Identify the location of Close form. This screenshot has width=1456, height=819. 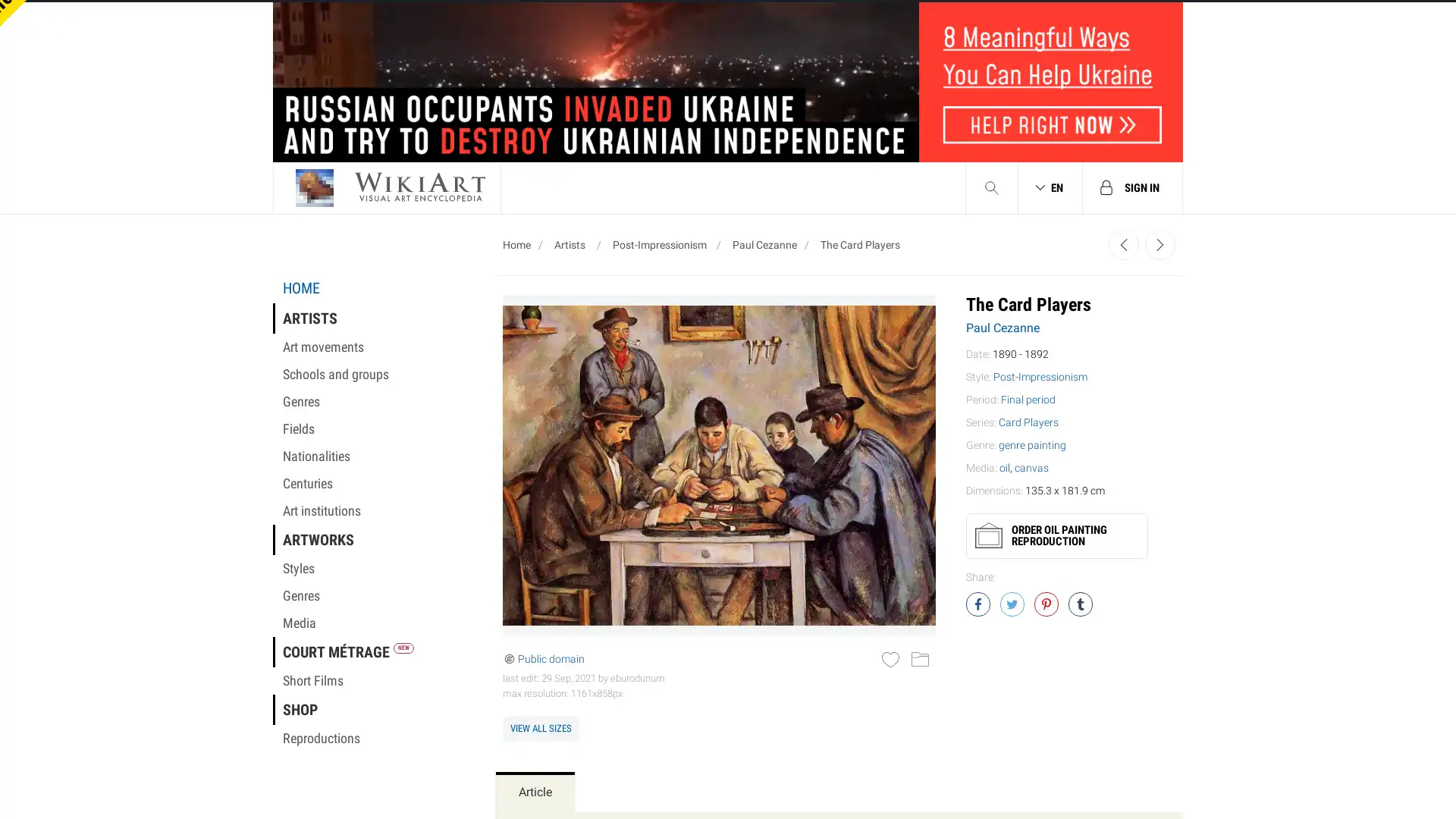
(1012, 34).